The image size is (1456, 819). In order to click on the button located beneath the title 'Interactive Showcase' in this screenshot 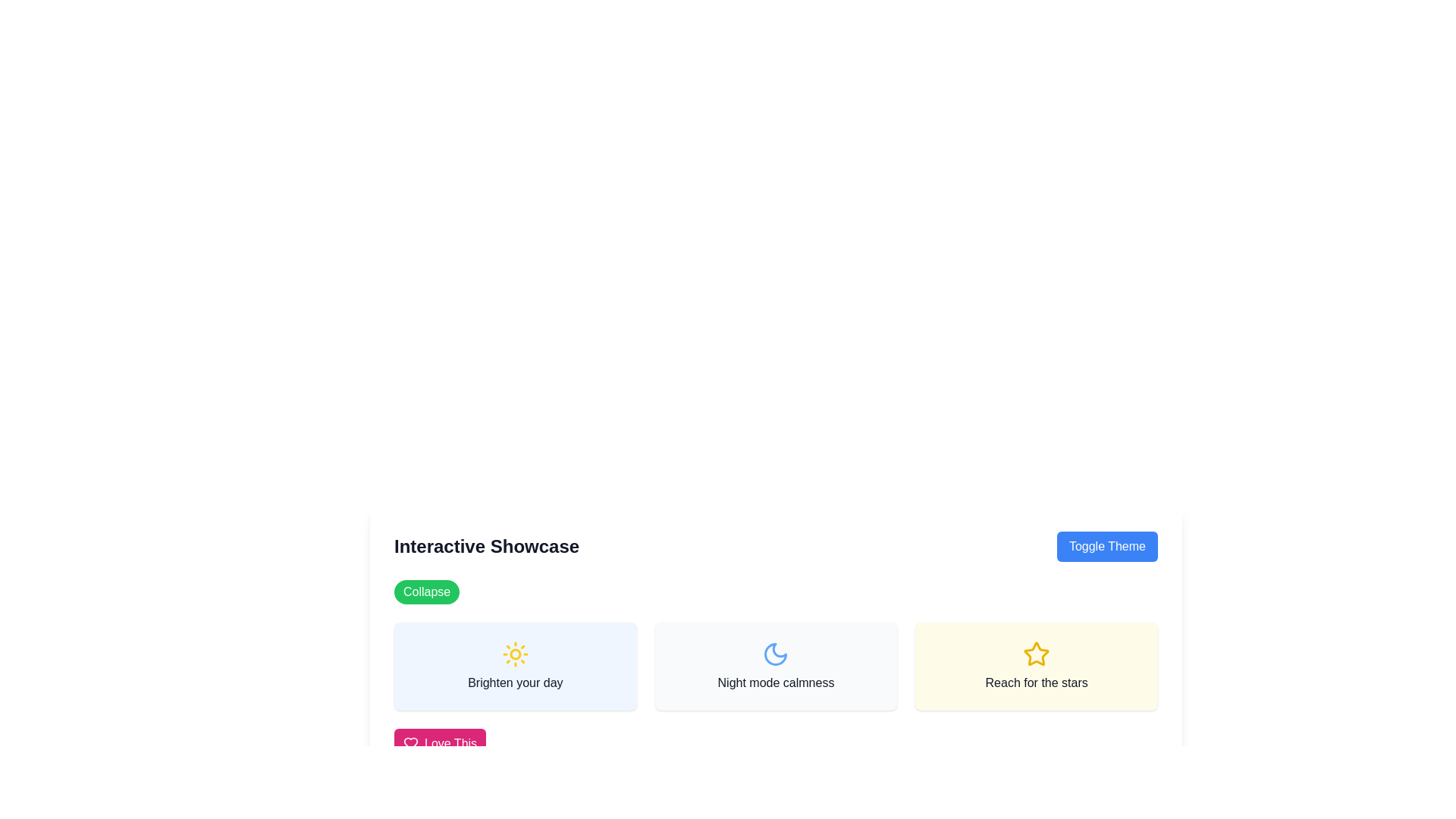, I will do `click(426, 591)`.